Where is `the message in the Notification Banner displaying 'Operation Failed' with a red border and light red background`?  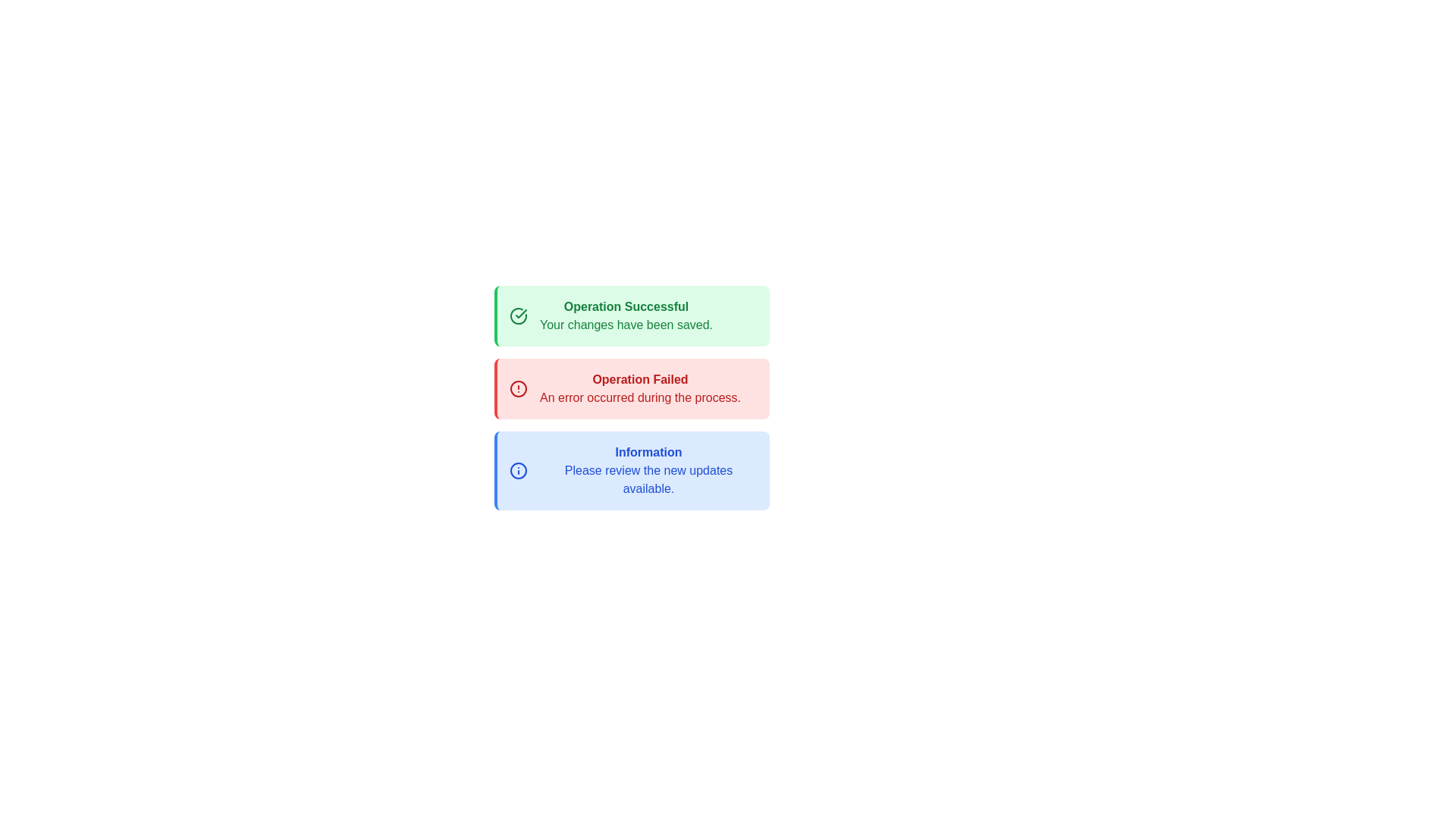 the message in the Notification Banner displaying 'Operation Failed' with a red border and light red background is located at coordinates (632, 388).